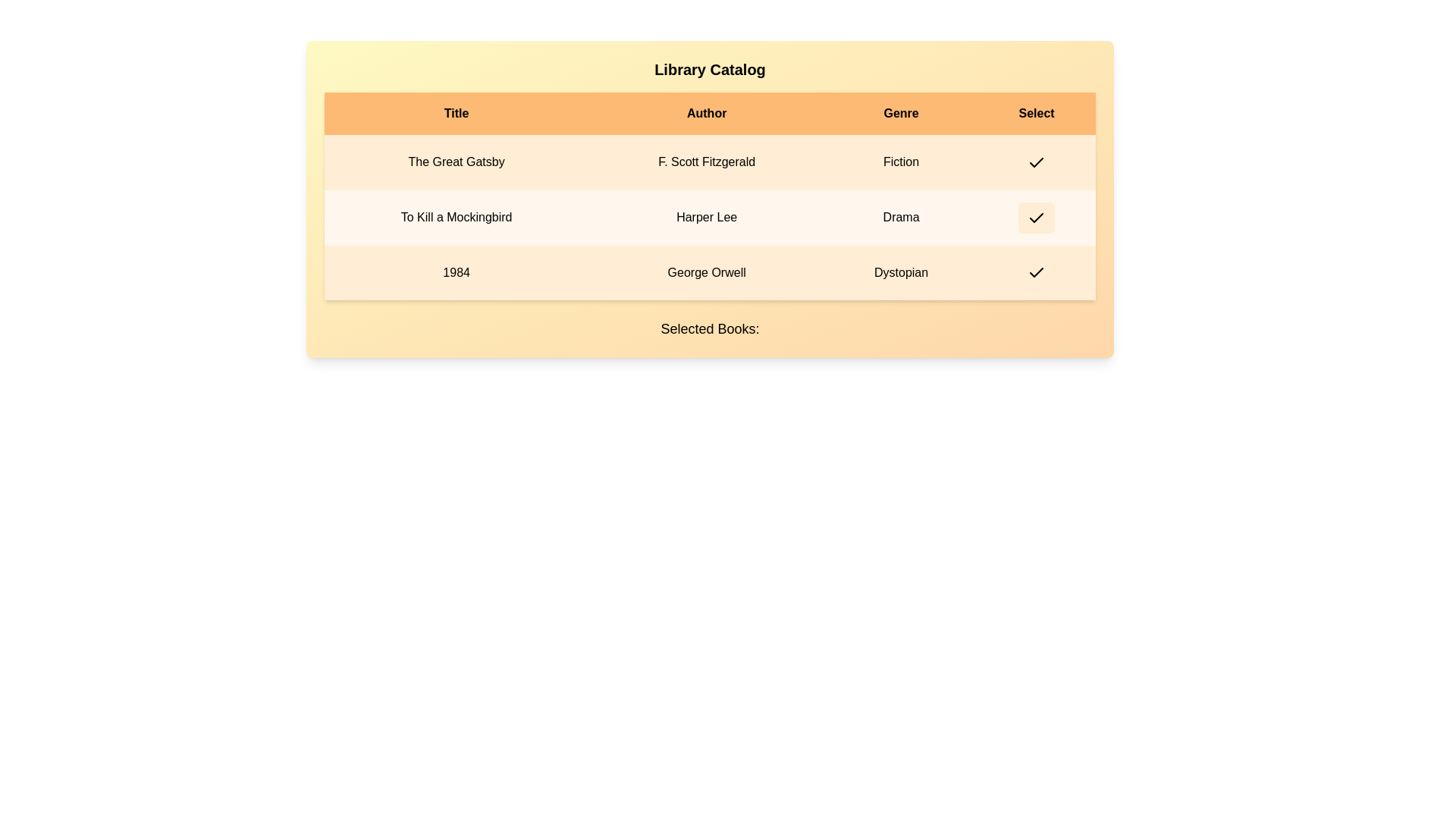  I want to click on the selection button in the 'Select' column for the entry '1984' by George Orwell, so click(1036, 271).